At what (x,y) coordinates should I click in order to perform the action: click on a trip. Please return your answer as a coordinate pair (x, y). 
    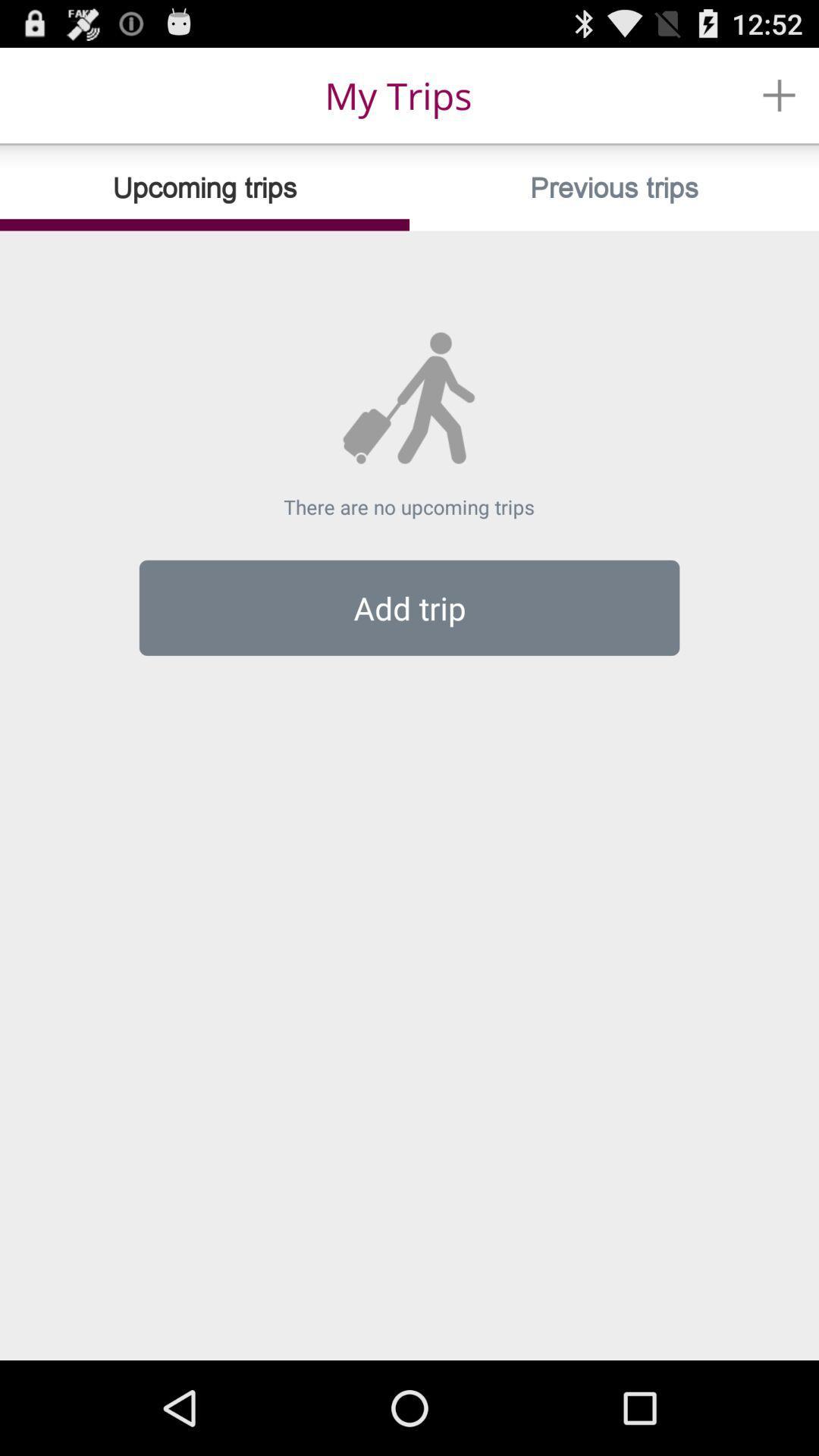
    Looking at the image, I should click on (779, 94).